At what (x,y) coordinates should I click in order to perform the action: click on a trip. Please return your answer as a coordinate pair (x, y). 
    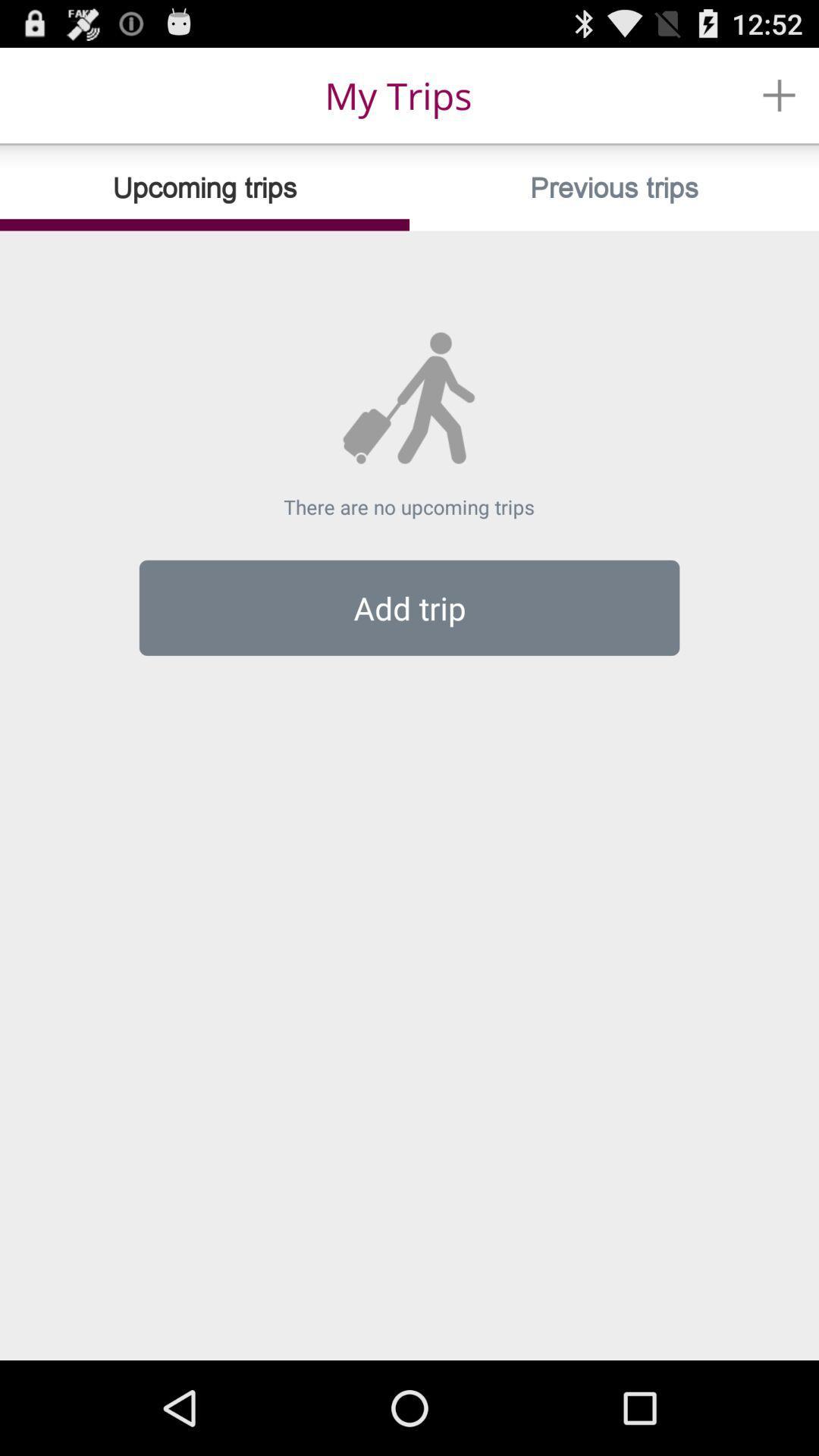
    Looking at the image, I should click on (779, 94).